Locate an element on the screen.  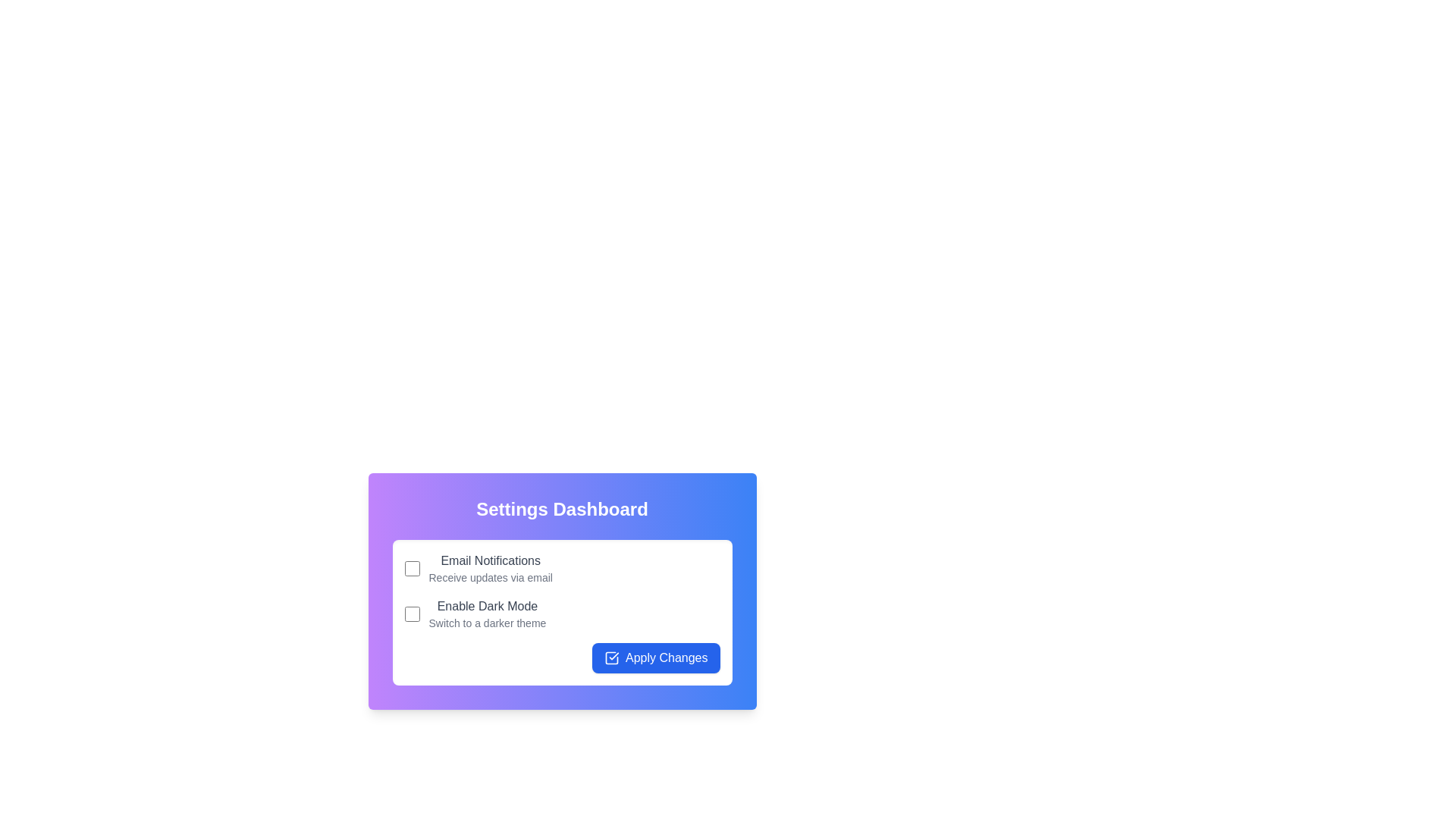
the checkbox for enabling 'Email Notifications', which is styled with a rounded border and is located to the left of the bold text 'Email Notifications' is located at coordinates (412, 568).